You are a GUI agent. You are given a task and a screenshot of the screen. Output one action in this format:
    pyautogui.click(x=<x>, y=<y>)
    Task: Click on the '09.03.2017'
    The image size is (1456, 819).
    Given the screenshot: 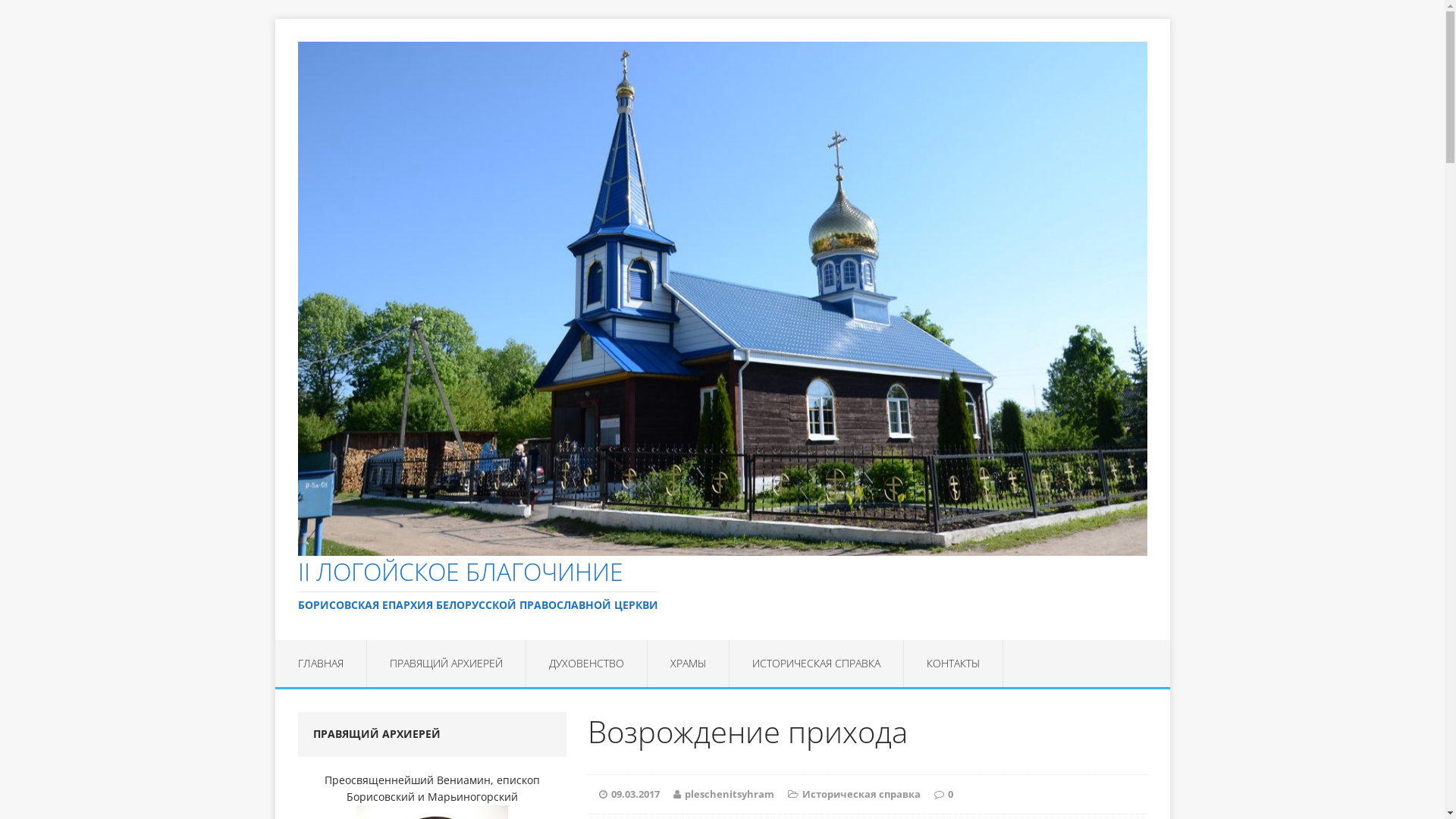 What is the action you would take?
    pyautogui.click(x=635, y=792)
    